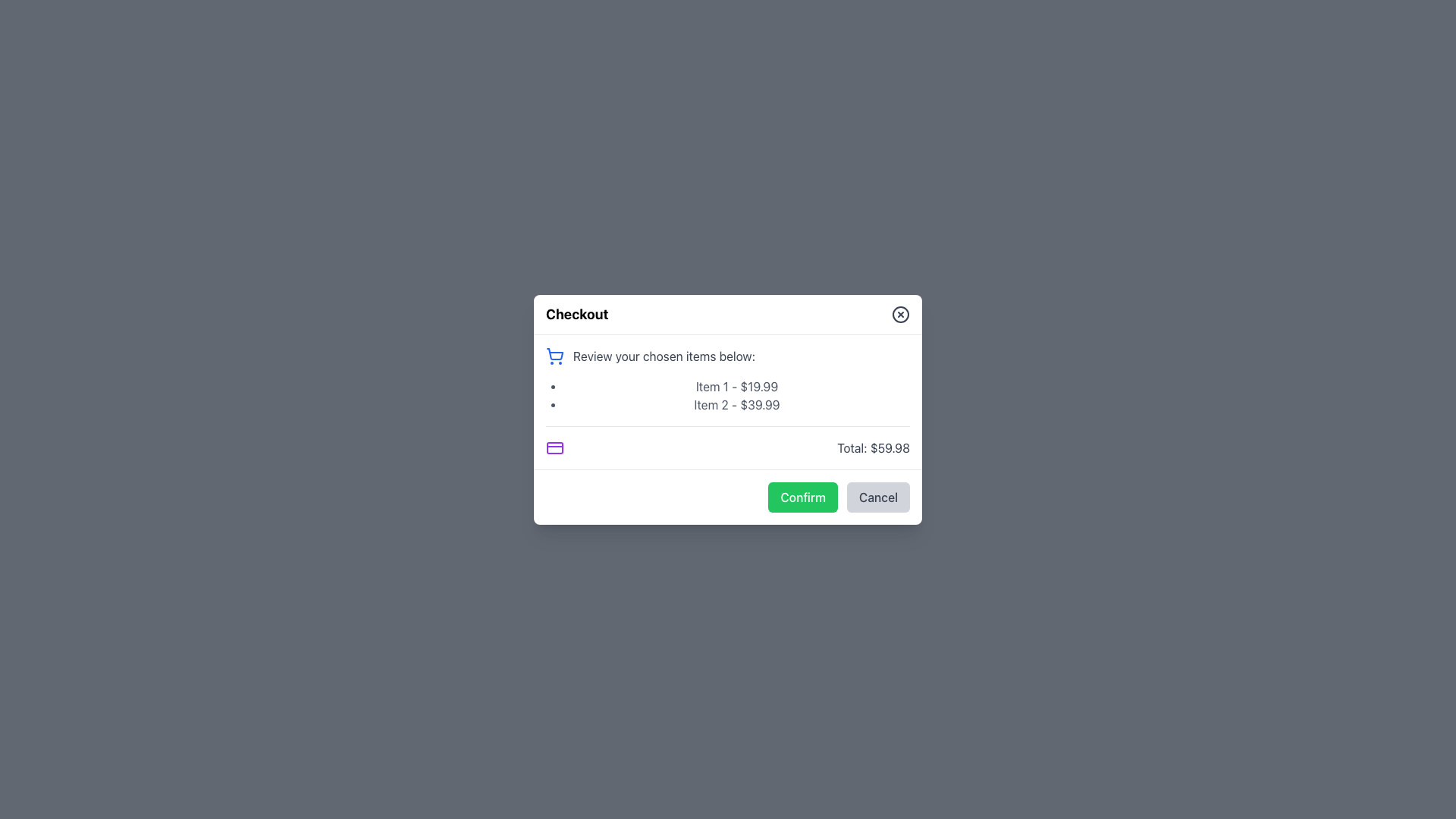 This screenshot has width=1456, height=819. I want to click on text 'Checkout' displayed prominently at the top left of the modal's header, so click(576, 313).